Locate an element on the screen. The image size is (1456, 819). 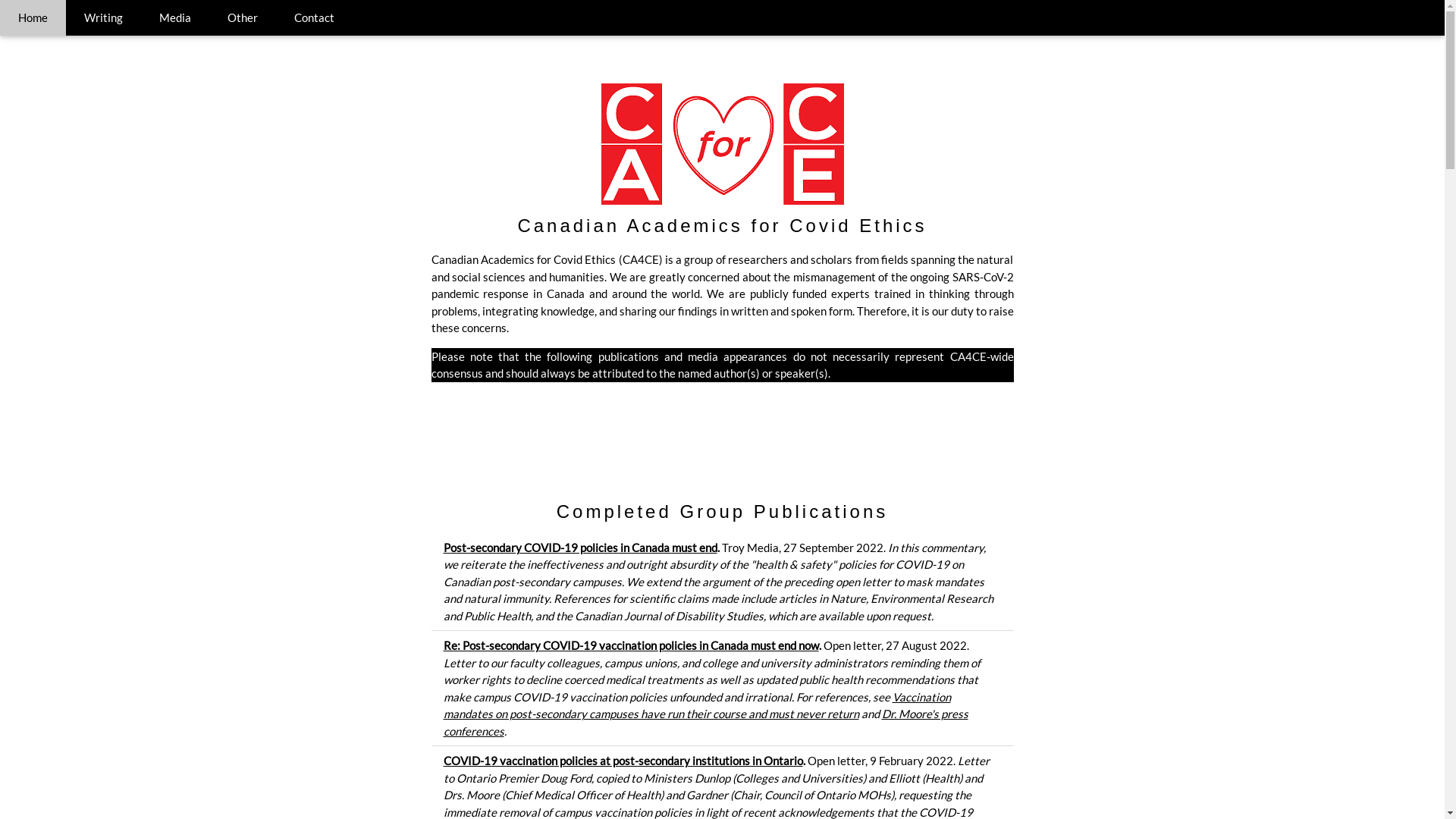
'Media' is located at coordinates (174, 17).